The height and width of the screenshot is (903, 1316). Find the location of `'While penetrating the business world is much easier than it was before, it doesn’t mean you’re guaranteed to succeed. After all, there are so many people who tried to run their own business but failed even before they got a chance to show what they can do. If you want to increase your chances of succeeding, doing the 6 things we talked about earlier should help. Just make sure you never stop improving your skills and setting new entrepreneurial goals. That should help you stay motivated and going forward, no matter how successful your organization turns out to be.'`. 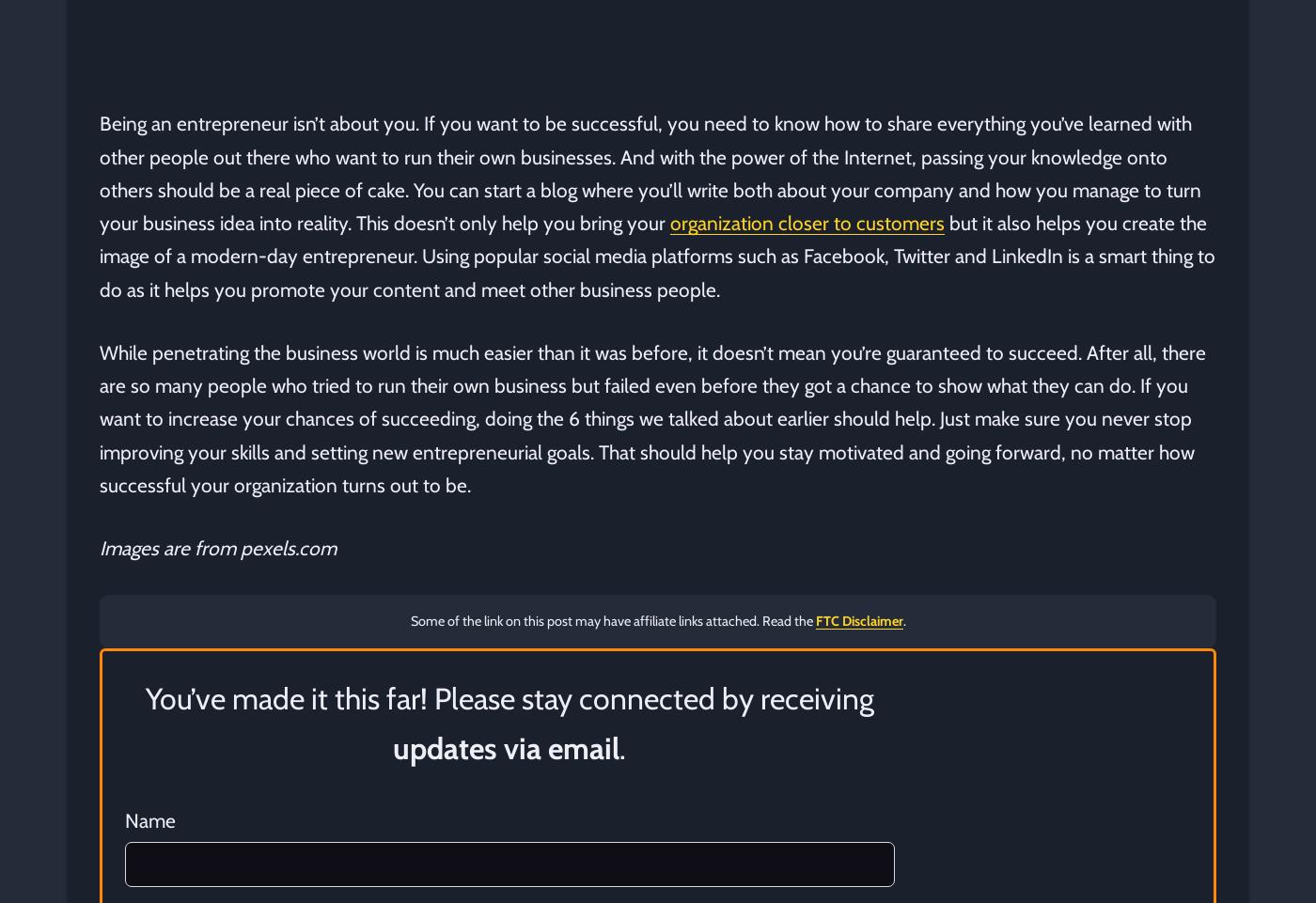

'While penetrating the business world is much easier than it was before, it doesn’t mean you’re guaranteed to succeed. After all, there are so many people who tried to run their own business but failed even before they got a chance to show what they can do. If you want to increase your chances of succeeding, doing the 6 things we talked about earlier should help. Just make sure you never stop improving your skills and setting new entrepreneurial goals. That should help you stay motivated and going forward, no matter how successful your organization turns out to be.' is located at coordinates (652, 417).